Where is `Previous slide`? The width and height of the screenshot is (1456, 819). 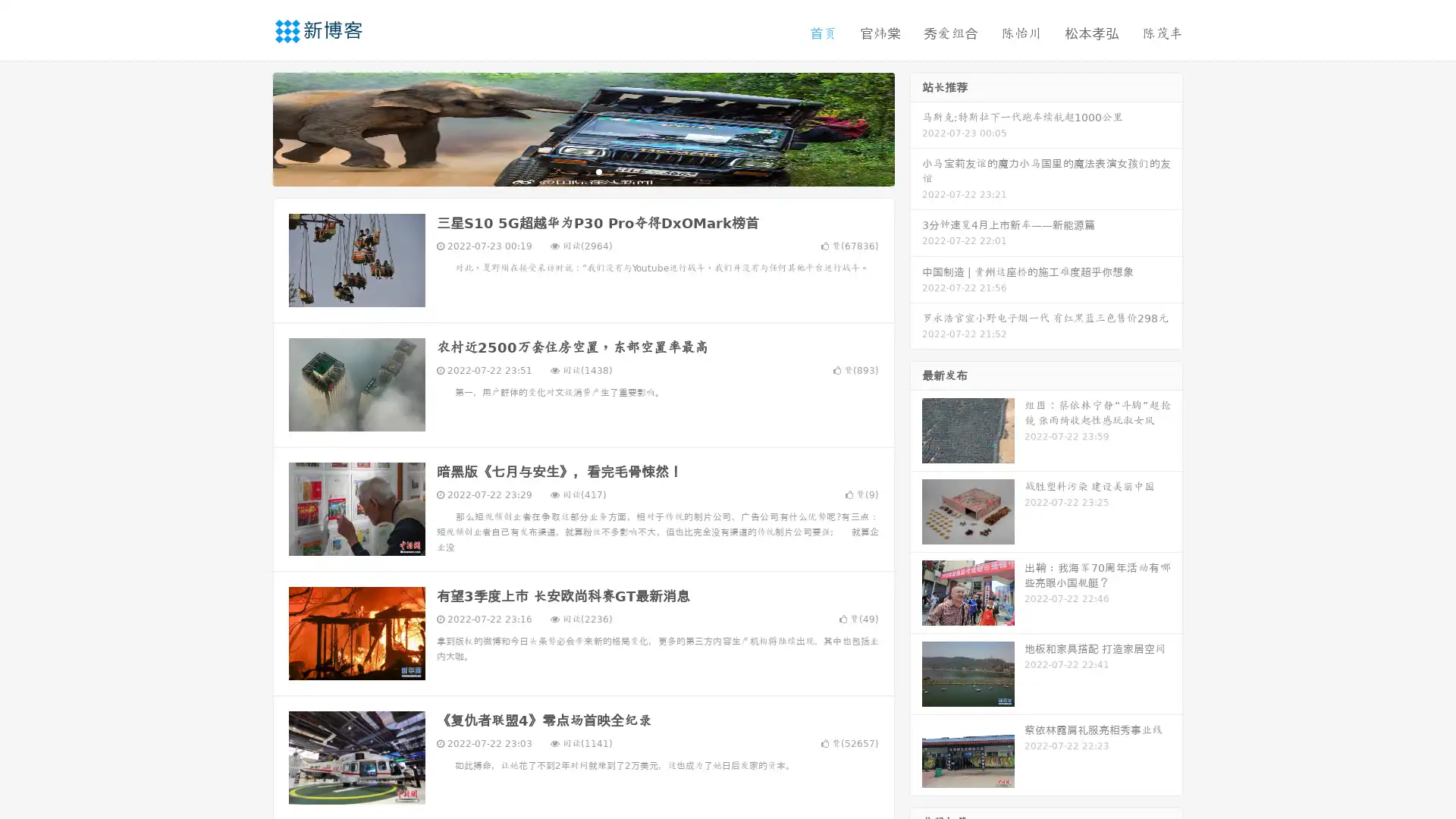 Previous slide is located at coordinates (250, 127).